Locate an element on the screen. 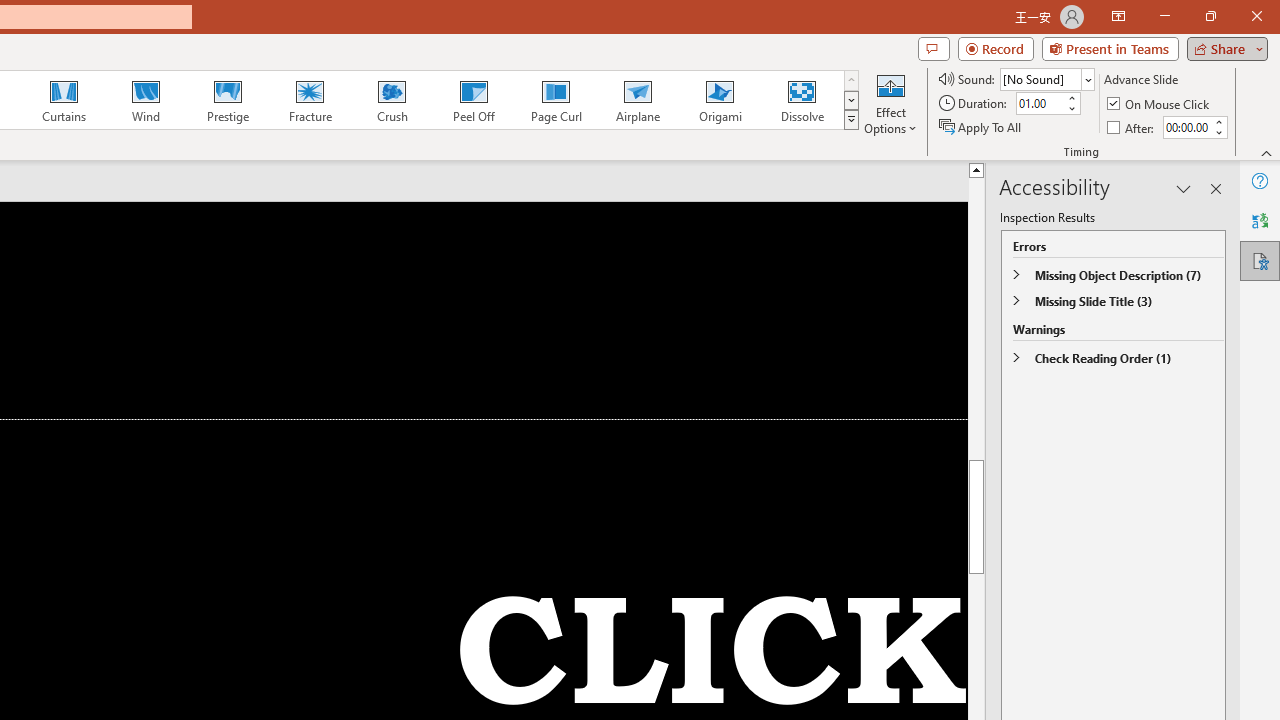 This screenshot has height=720, width=1280. 'More' is located at coordinates (1217, 121).